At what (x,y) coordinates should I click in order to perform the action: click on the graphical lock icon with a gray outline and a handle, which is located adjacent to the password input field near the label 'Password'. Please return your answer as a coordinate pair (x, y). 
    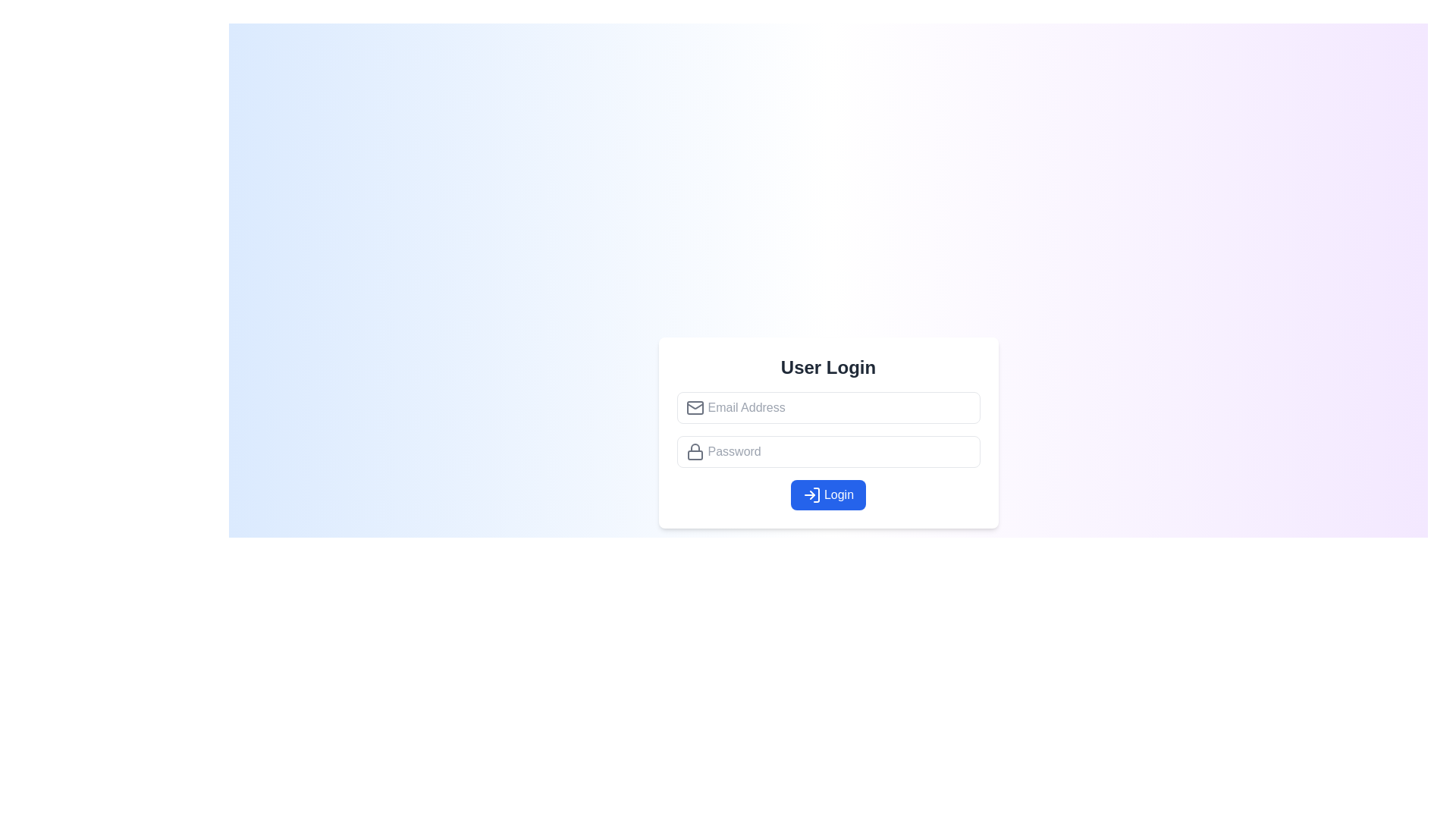
    Looking at the image, I should click on (694, 451).